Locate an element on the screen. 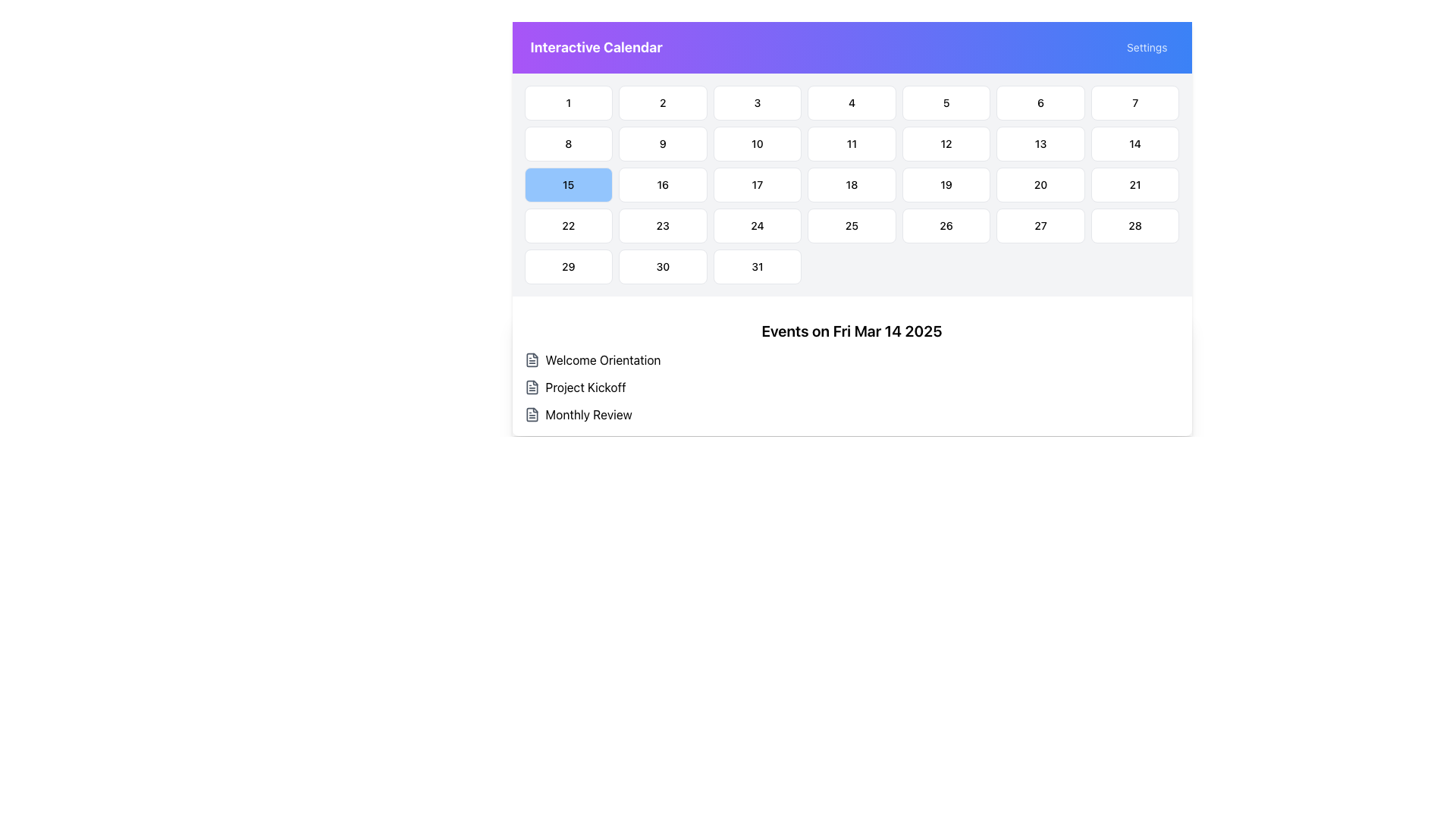 The image size is (1456, 819). the Label/Display Box that displays the number '27' in bold text is located at coordinates (1040, 225).